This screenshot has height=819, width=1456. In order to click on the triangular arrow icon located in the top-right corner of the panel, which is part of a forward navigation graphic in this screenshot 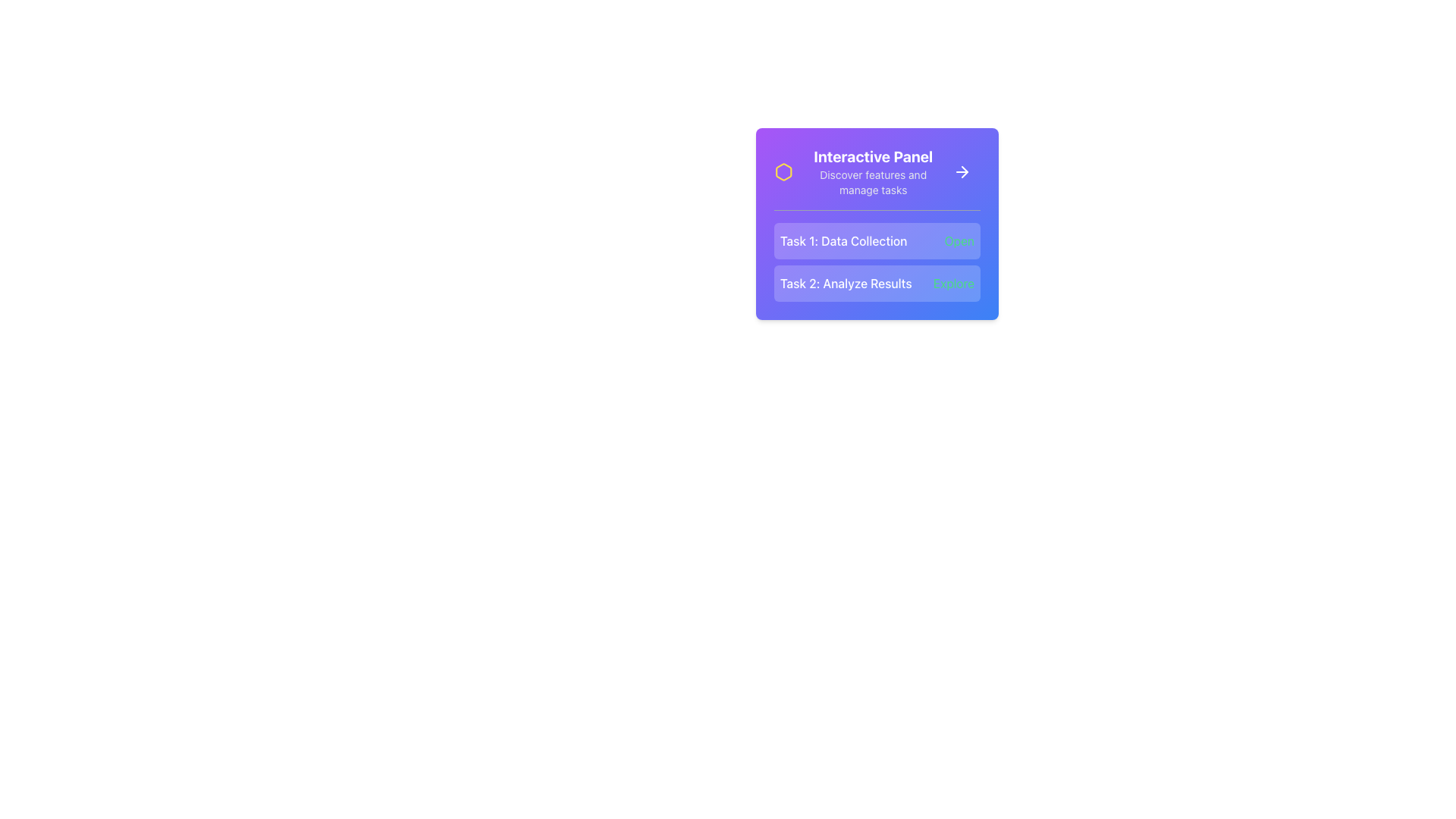, I will do `click(964, 171)`.